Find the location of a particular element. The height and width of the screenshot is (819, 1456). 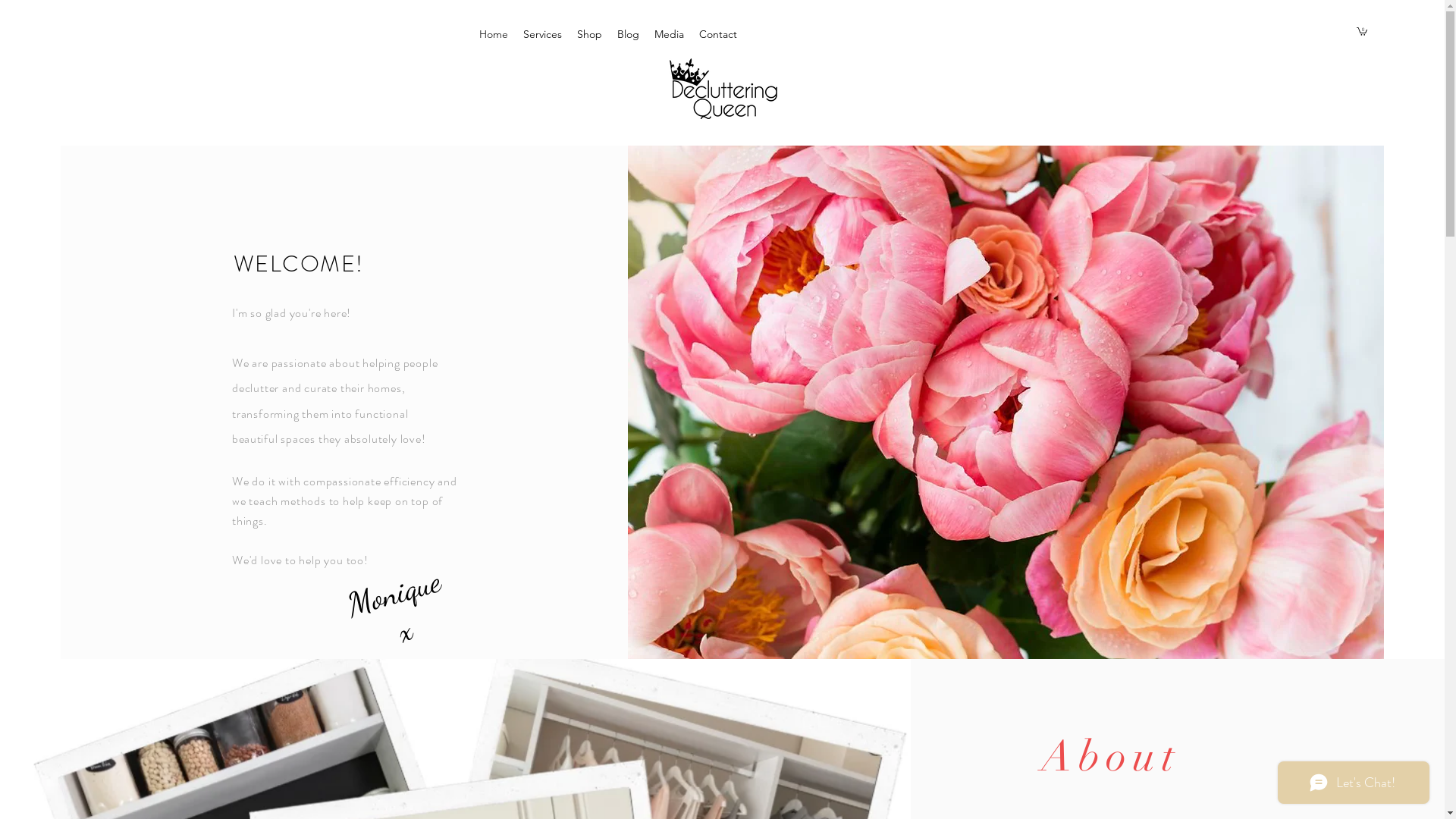

'Services' is located at coordinates (516, 34).